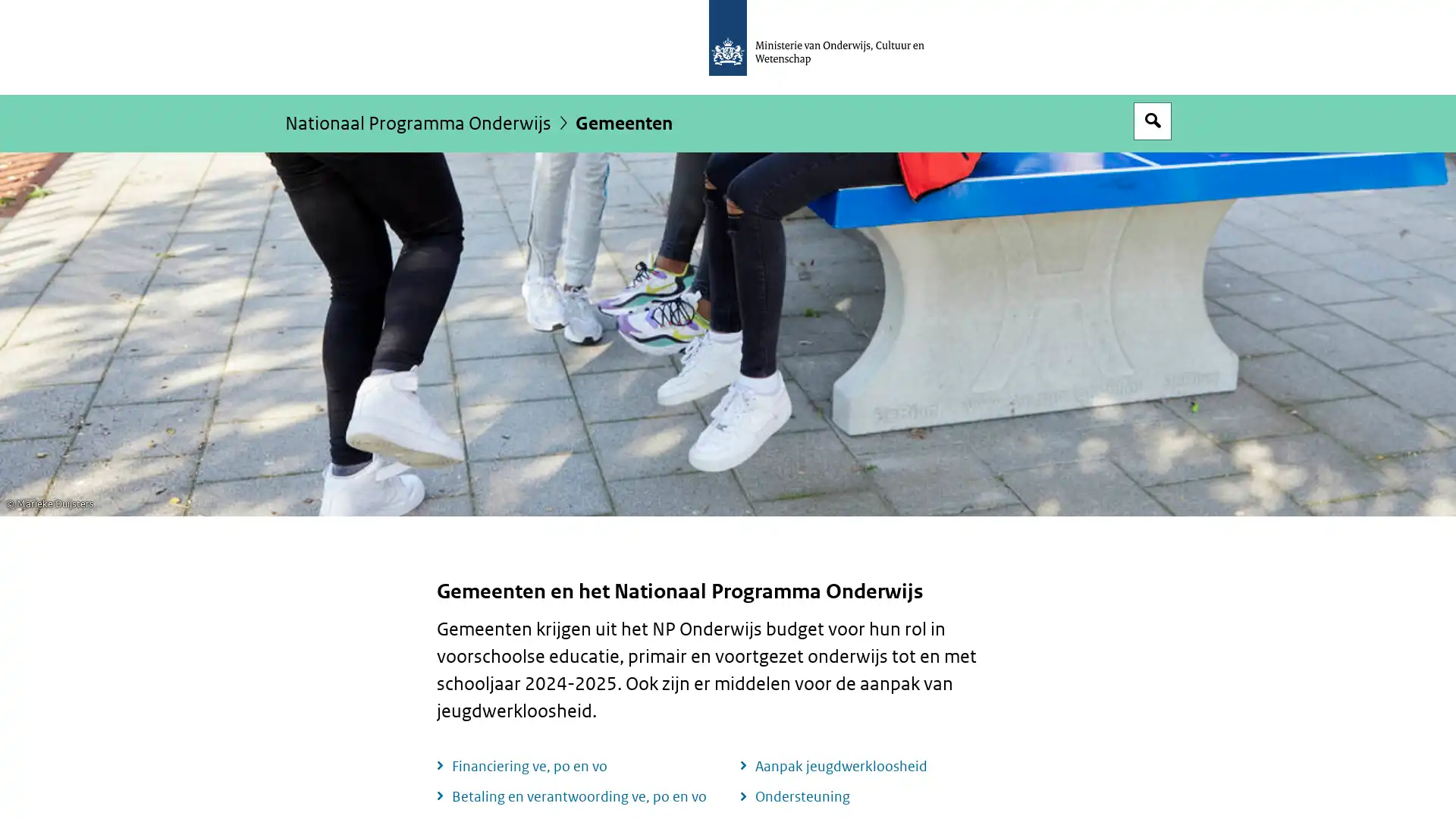  What do you see at coordinates (1153, 120) in the screenshot?
I see `Open zoekveld` at bounding box center [1153, 120].